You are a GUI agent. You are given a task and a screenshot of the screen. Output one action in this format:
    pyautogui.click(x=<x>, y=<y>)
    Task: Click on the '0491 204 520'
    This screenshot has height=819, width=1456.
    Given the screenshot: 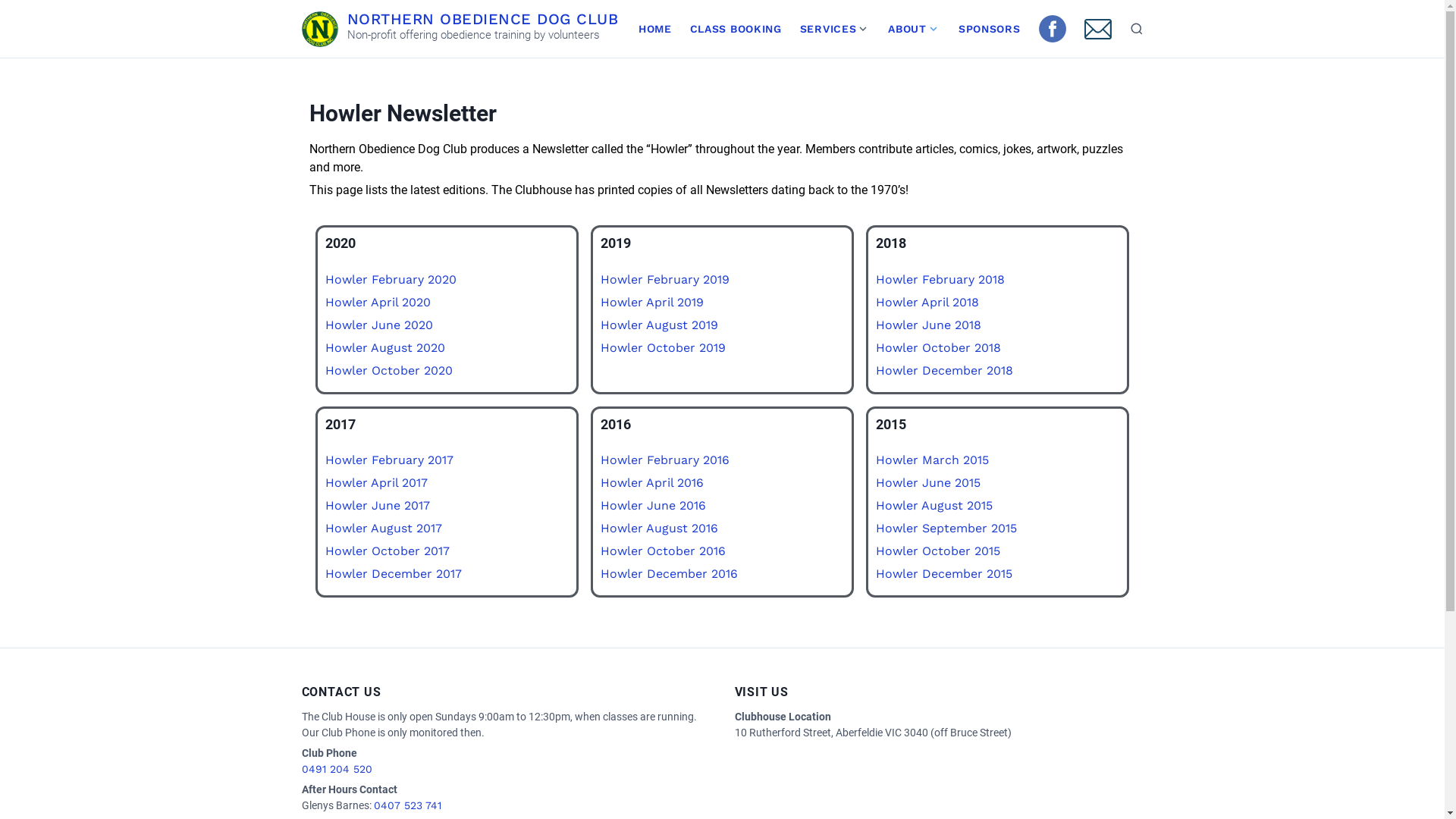 What is the action you would take?
    pyautogui.click(x=336, y=769)
    